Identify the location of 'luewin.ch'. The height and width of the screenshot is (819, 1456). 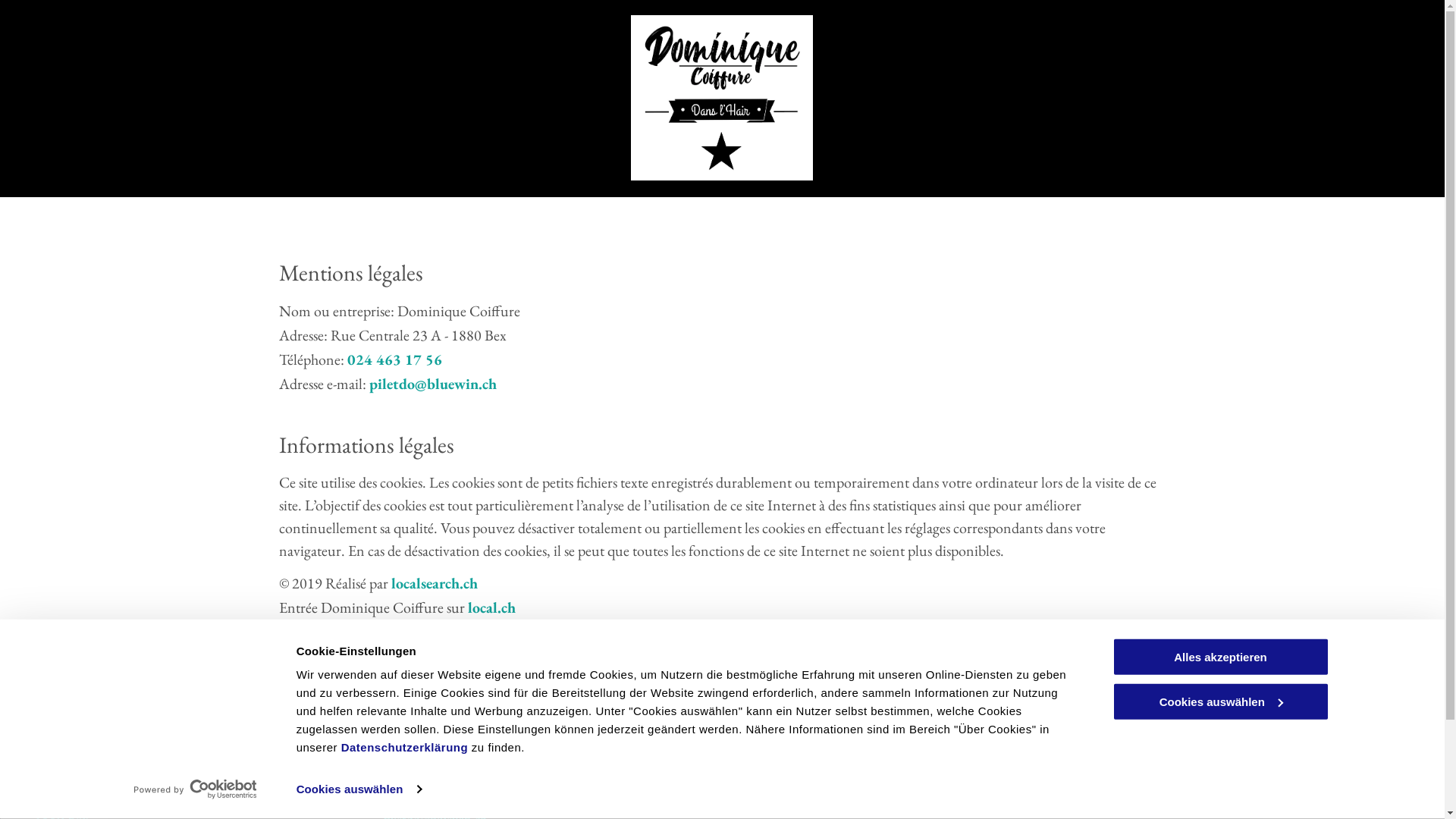
(465, 382).